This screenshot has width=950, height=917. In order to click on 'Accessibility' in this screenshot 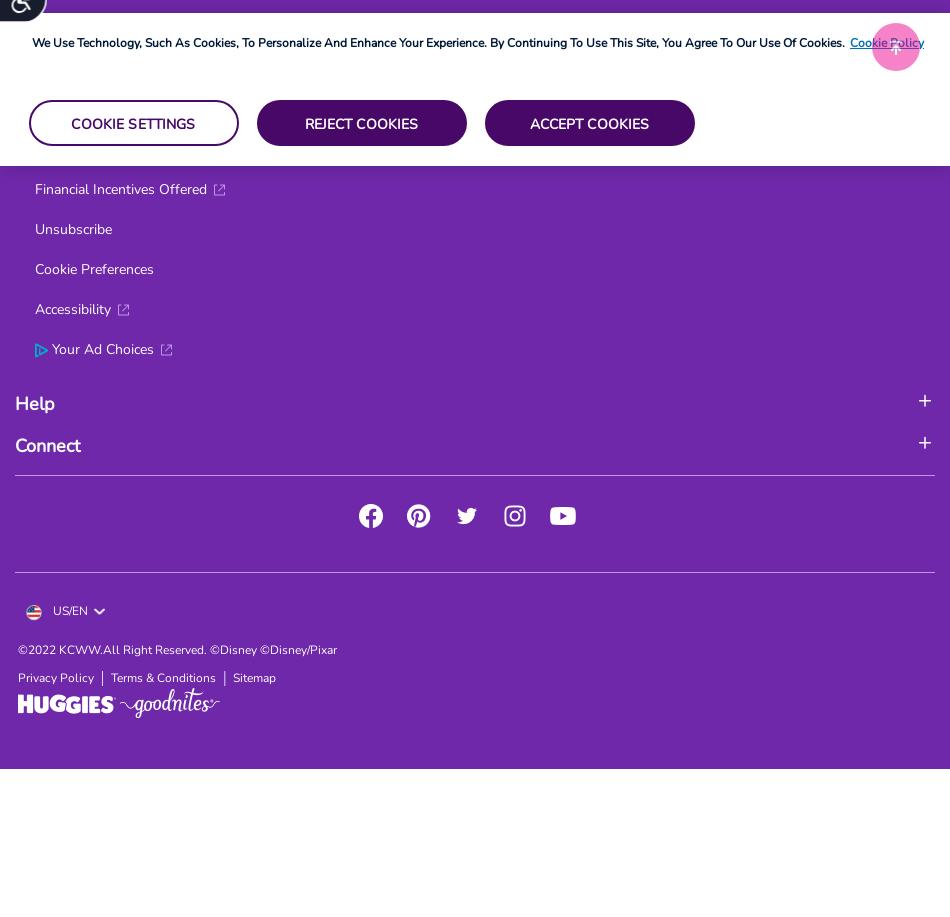, I will do `click(34, 309)`.